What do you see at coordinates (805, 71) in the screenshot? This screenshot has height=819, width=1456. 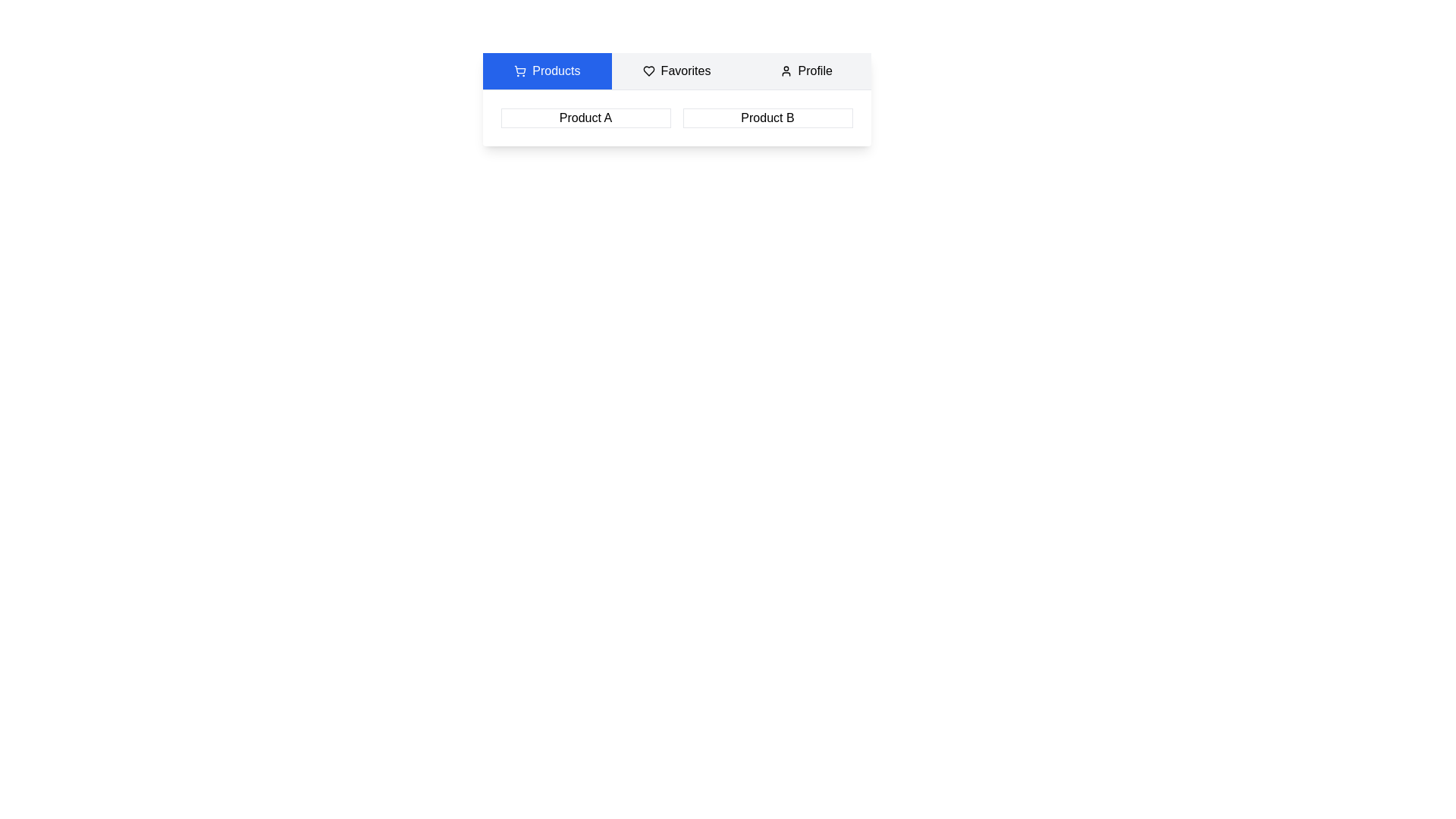 I see `the 'Profile' tab to view its content` at bounding box center [805, 71].